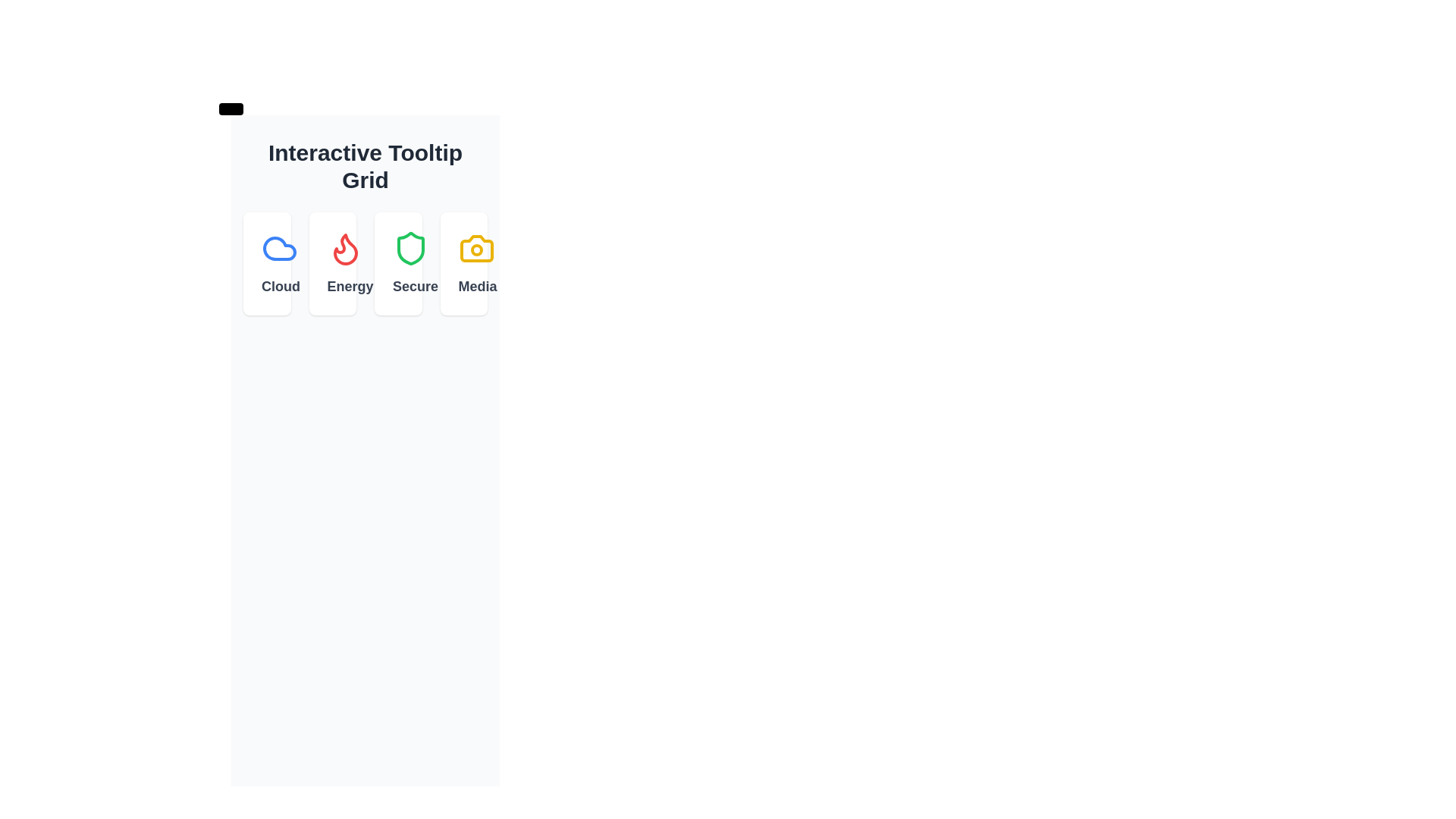 This screenshot has height=819, width=1456. Describe the element at coordinates (280, 247) in the screenshot. I see `the 'Cloud' icon, which is the first icon in the first row of the grid, positioned to the left of the 'Energy' icon and above the label 'Cloud.'` at that location.